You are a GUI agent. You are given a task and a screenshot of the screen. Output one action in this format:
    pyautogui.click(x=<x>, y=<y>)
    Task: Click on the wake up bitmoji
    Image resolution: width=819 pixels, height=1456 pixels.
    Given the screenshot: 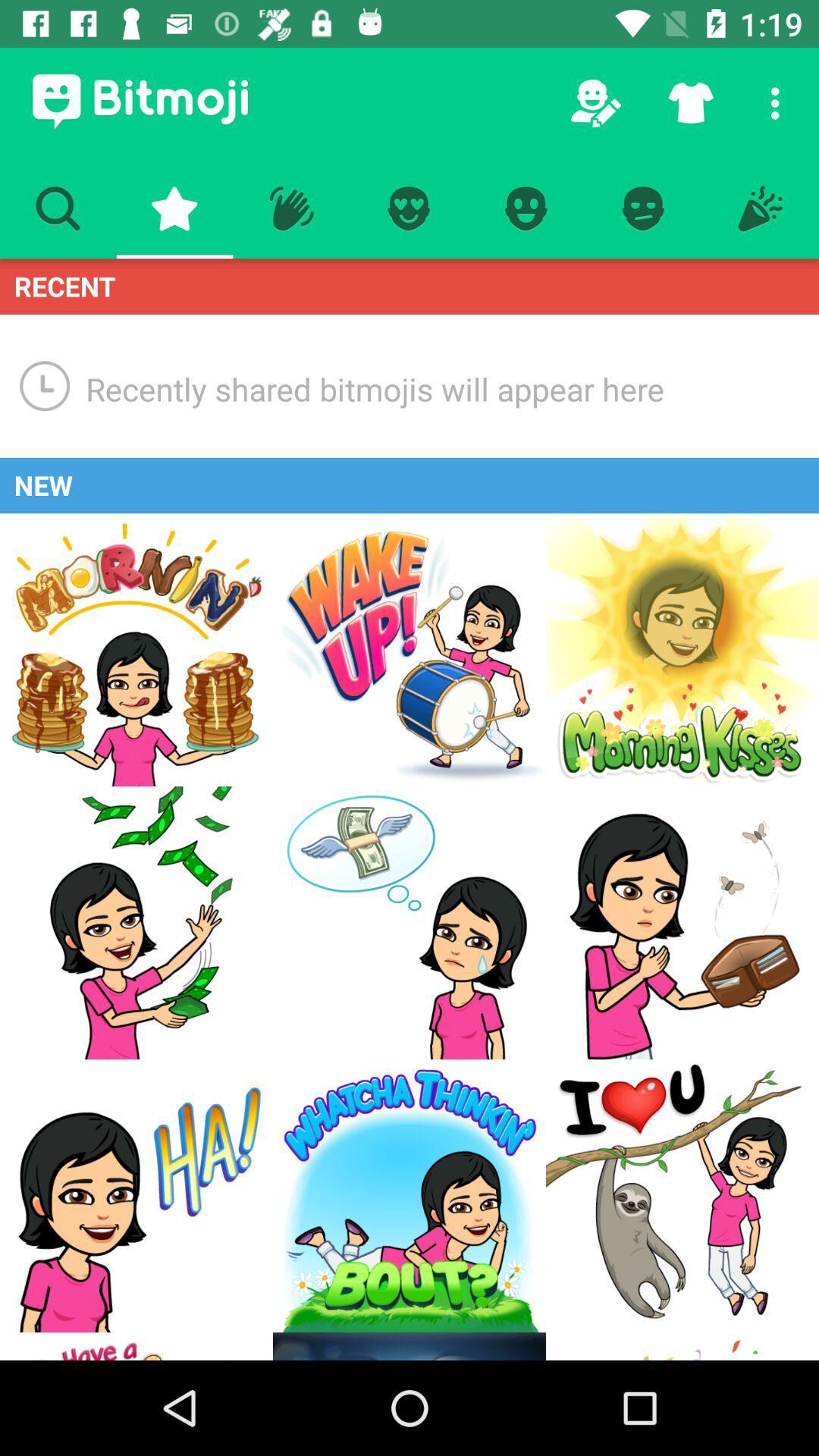 What is the action you would take?
    pyautogui.click(x=409, y=650)
    